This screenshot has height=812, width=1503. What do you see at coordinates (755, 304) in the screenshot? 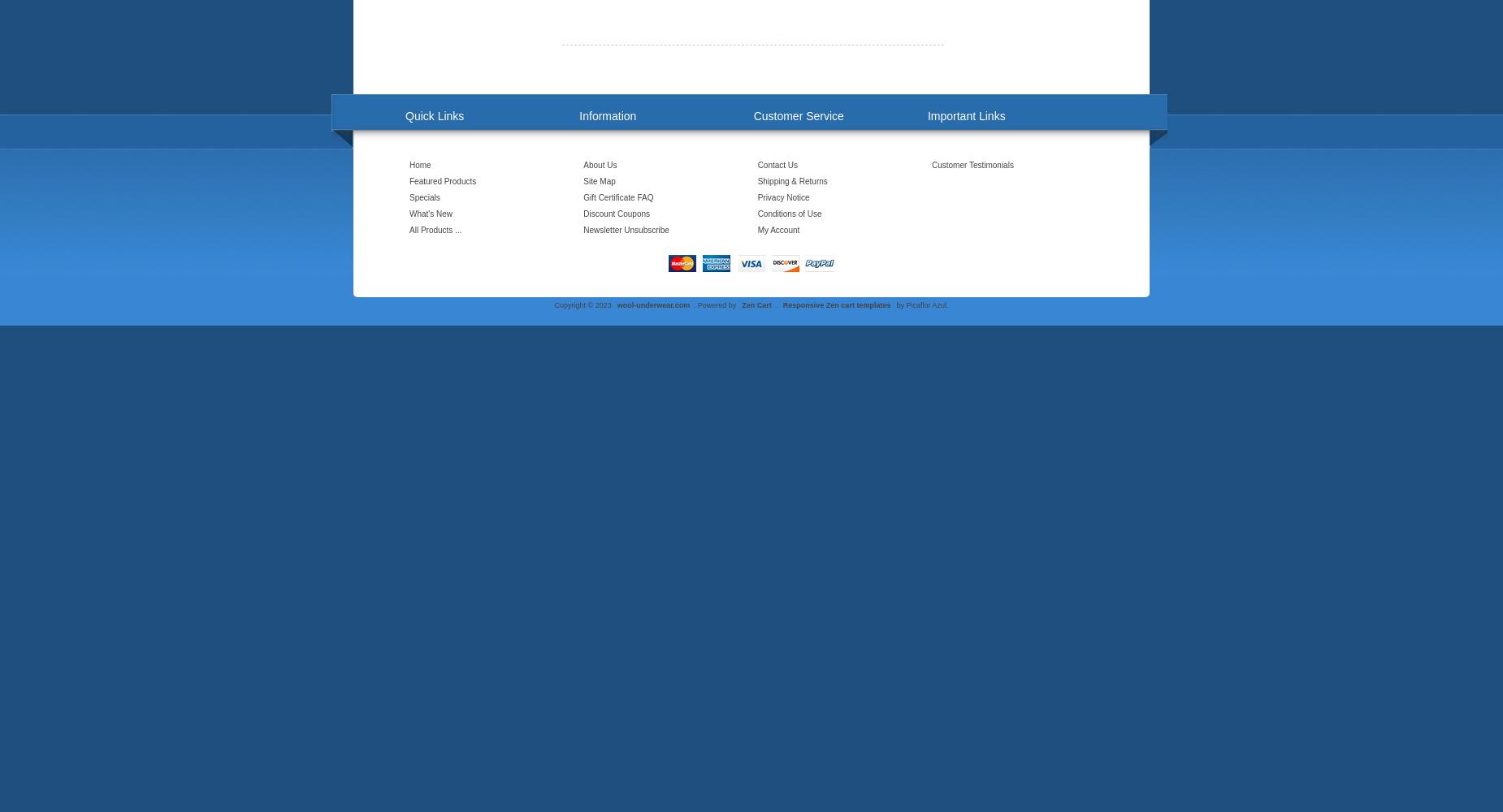
I see `'Zen Cart'` at bounding box center [755, 304].